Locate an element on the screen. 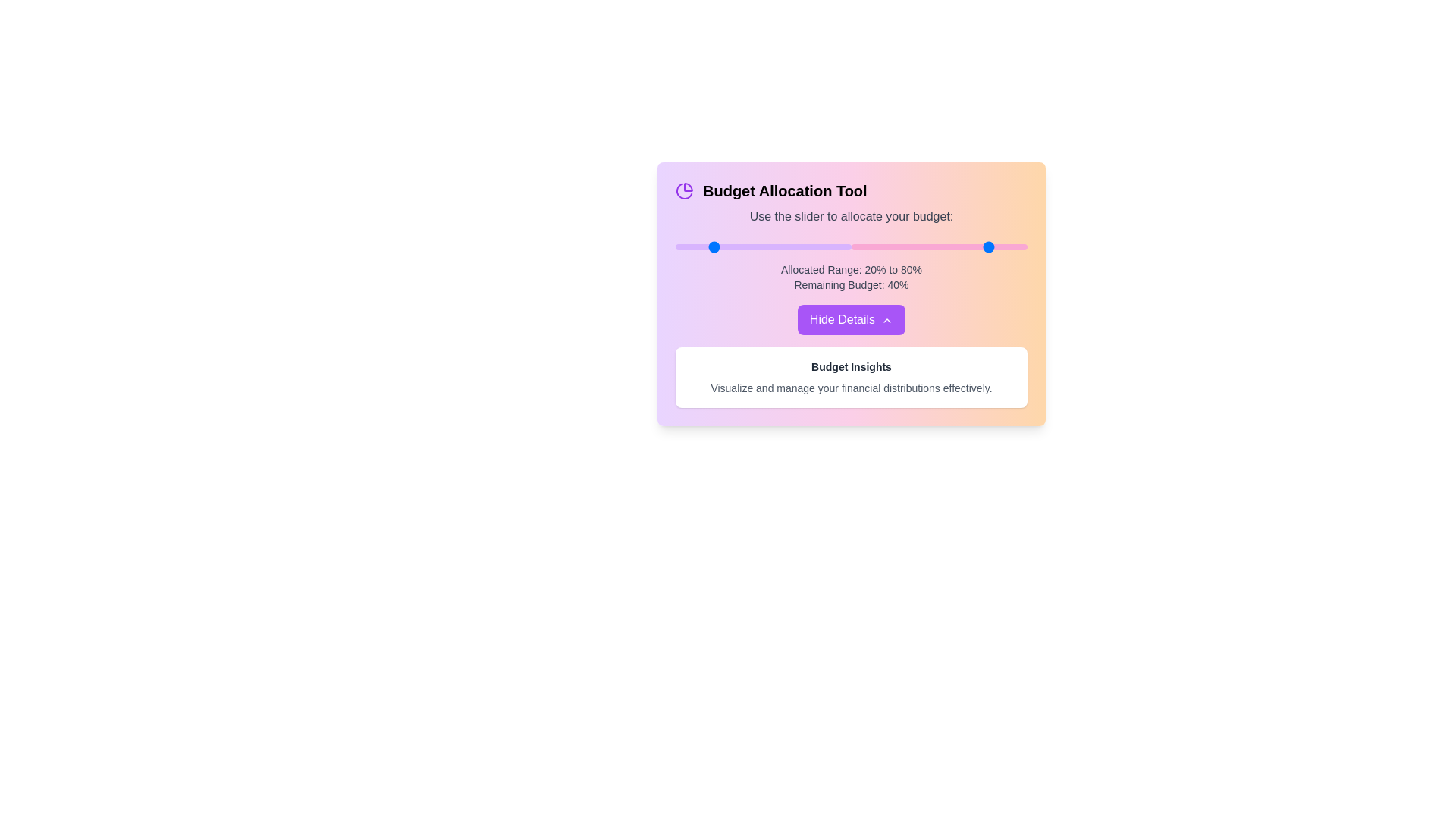 The height and width of the screenshot is (819, 1456). the first slider to set the starting percentage to 33 is located at coordinates (733, 246).